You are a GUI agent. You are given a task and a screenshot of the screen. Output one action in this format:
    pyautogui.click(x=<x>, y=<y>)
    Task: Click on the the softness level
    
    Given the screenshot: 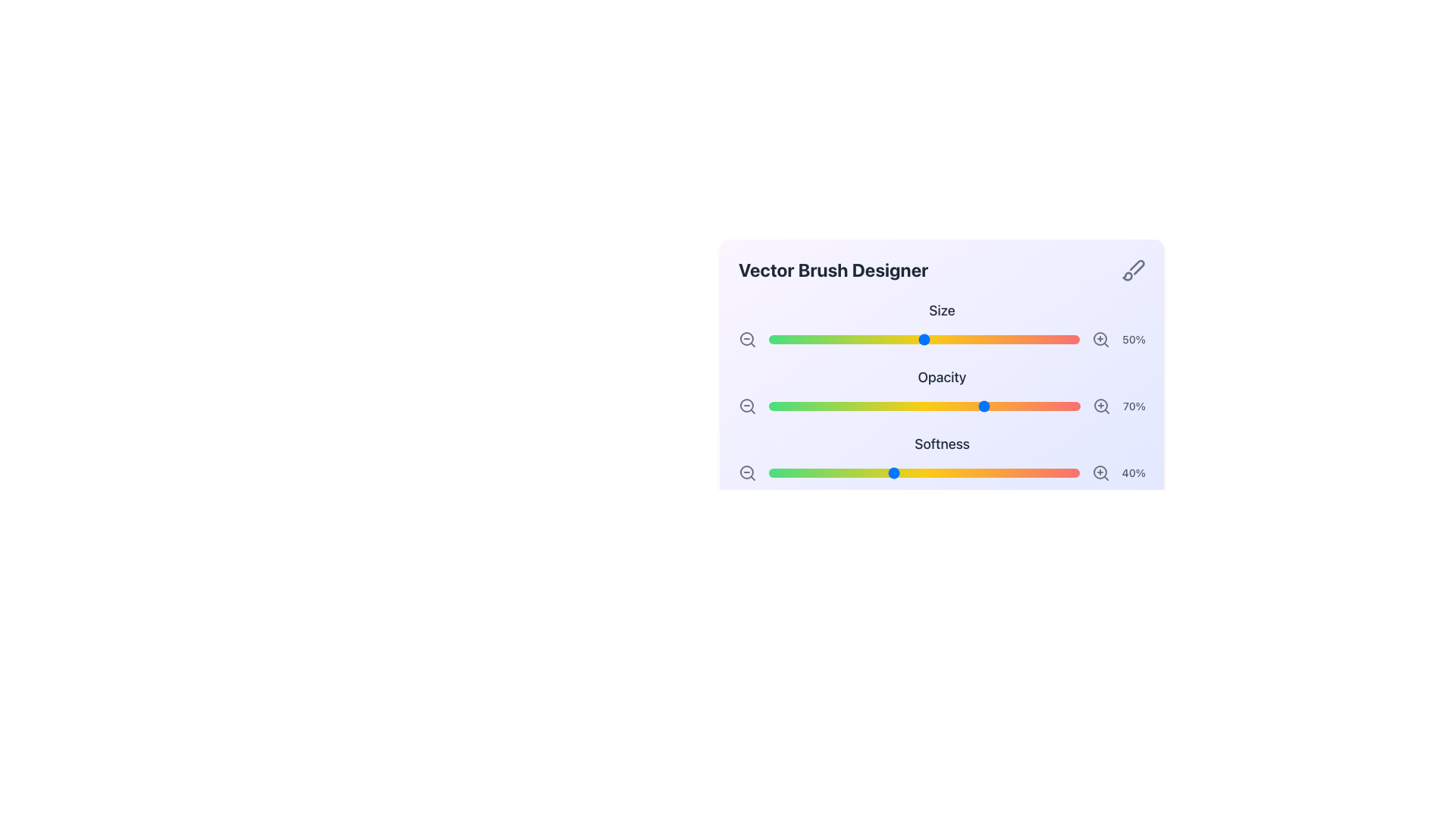 What is the action you would take?
    pyautogui.click(x=920, y=472)
    